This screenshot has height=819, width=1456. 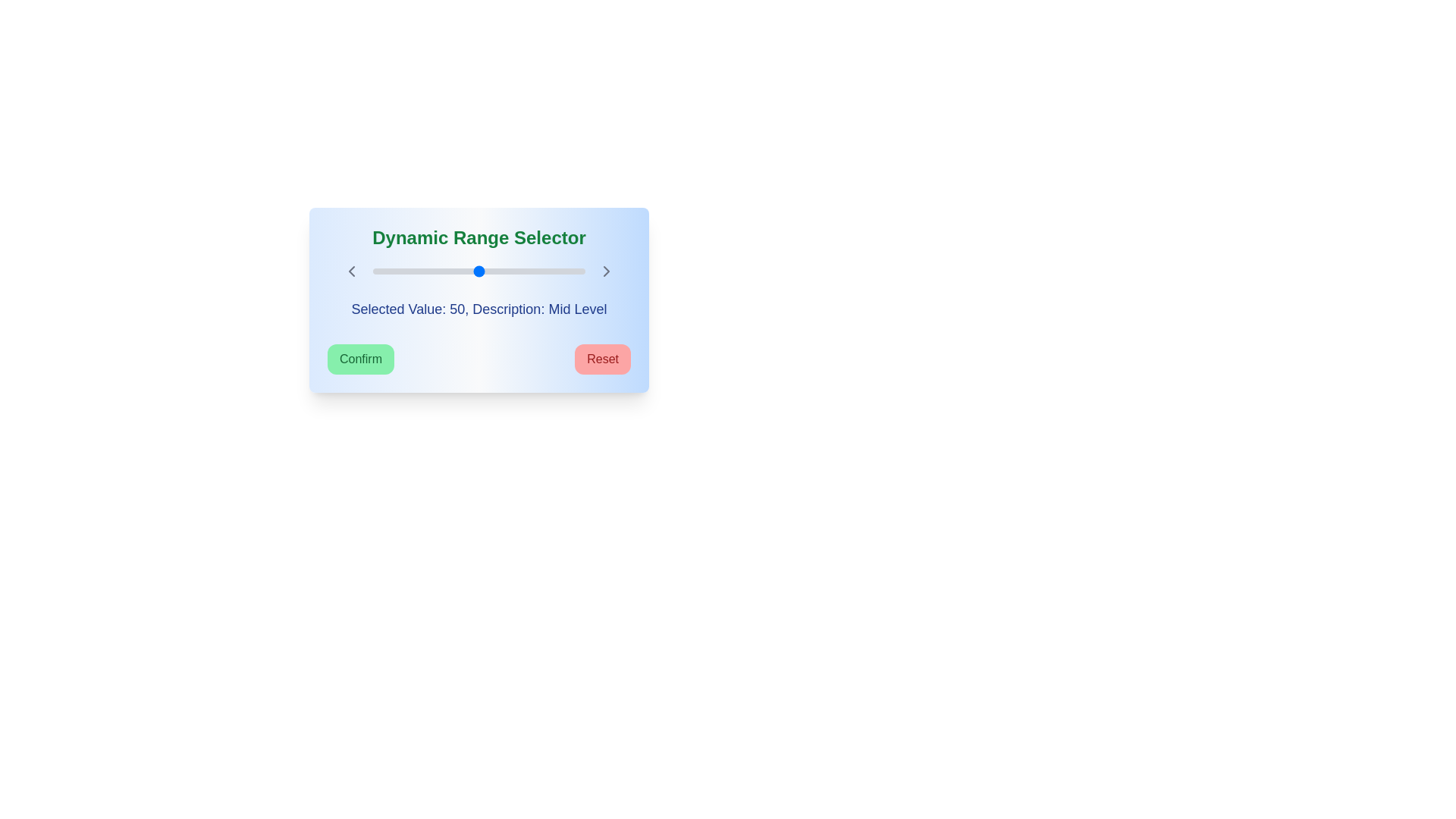 What do you see at coordinates (607, 271) in the screenshot?
I see `the right-chevron icon button located on the rightmost side of the horizontal layout` at bounding box center [607, 271].